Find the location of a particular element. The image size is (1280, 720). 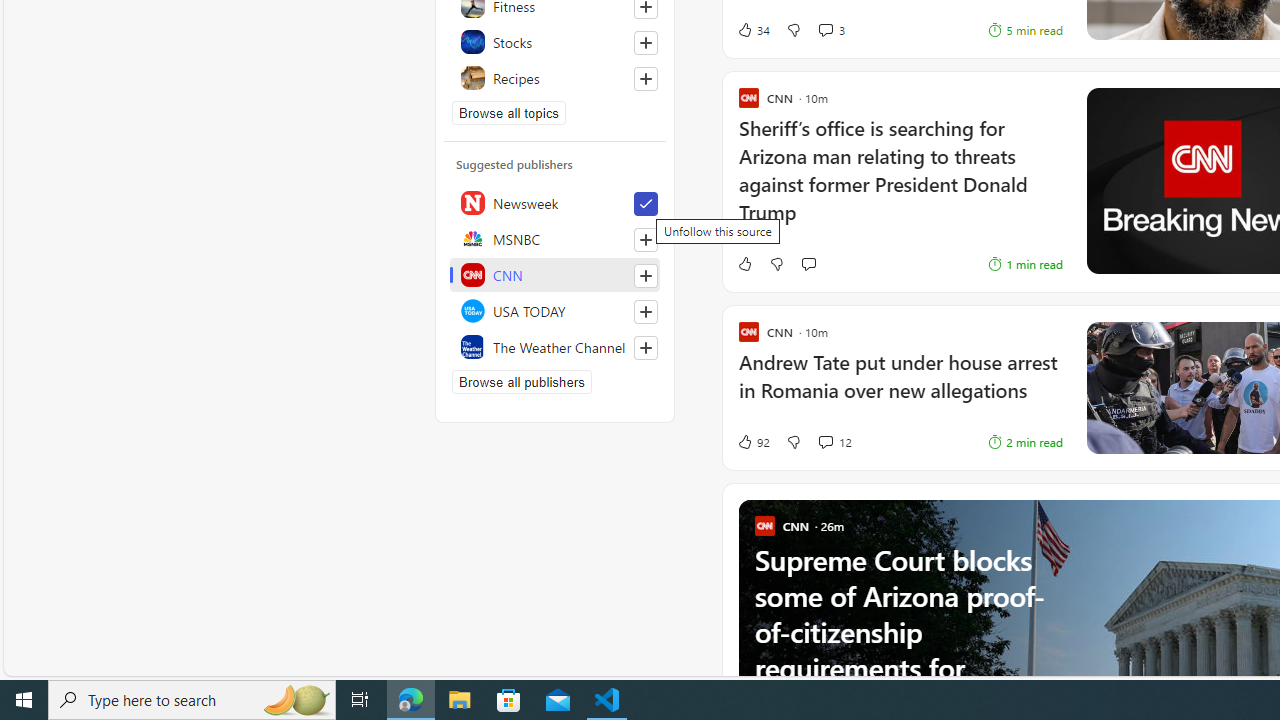

'34 Like' is located at coordinates (752, 30).